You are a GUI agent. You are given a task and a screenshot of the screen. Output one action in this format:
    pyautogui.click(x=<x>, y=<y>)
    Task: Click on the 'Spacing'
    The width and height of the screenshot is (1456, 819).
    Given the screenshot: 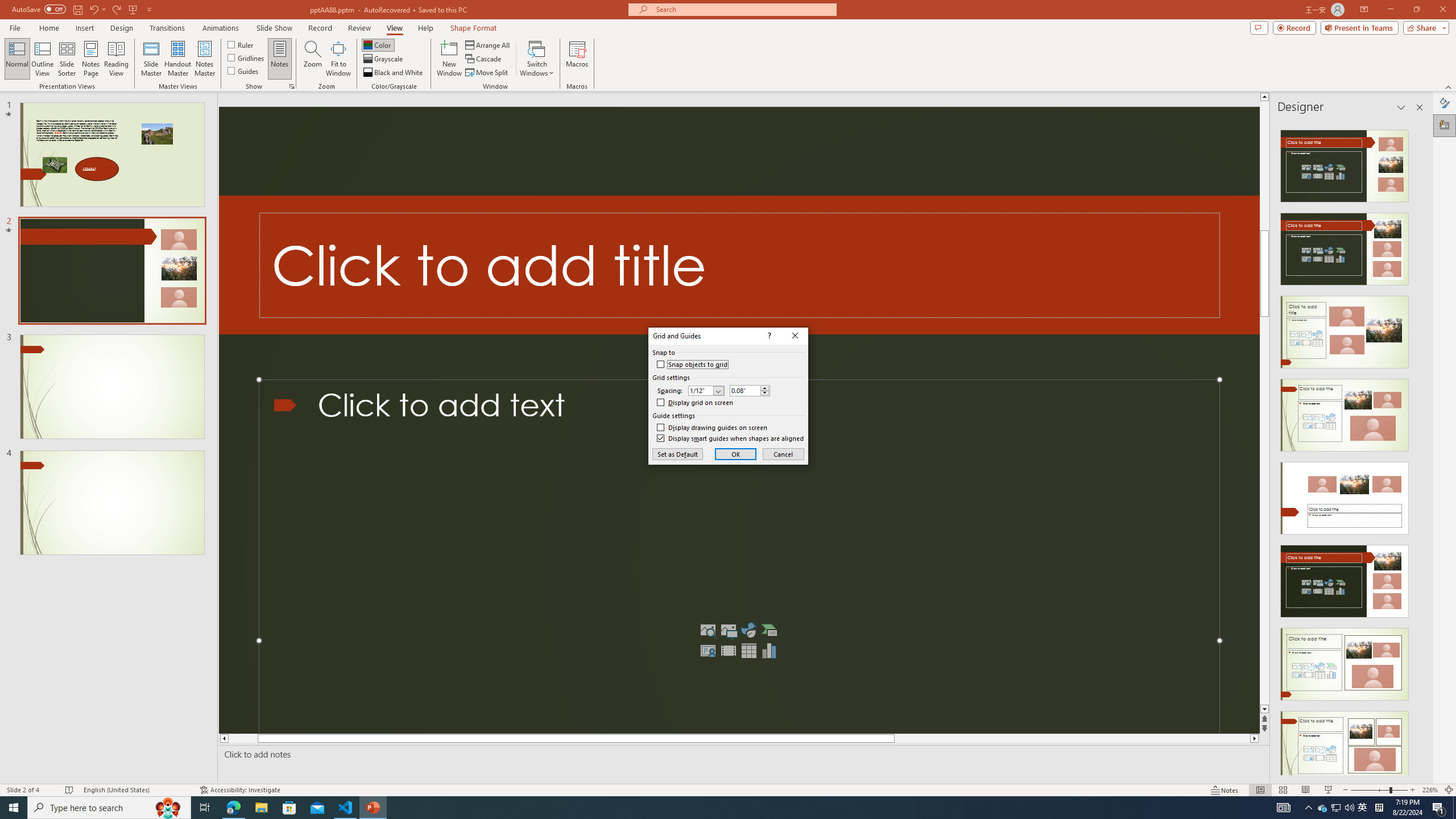 What is the action you would take?
    pyautogui.click(x=706, y=390)
    